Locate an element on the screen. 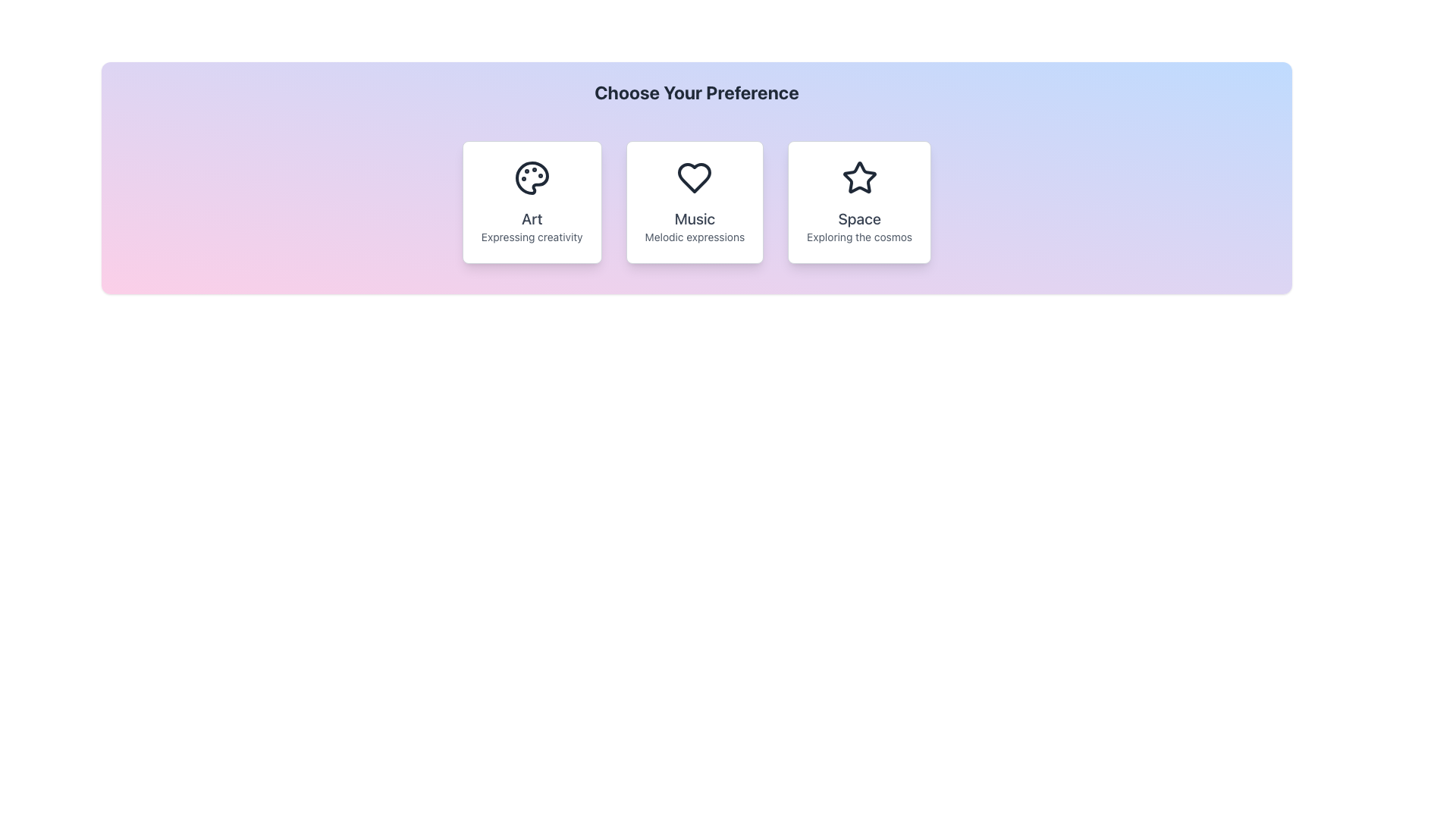 The image size is (1456, 819). the Text Label that provides supplementary information for the 'Music' tile, which is located underneath the 'Music' text and part of a vertically stacked layout is located at coordinates (694, 237).